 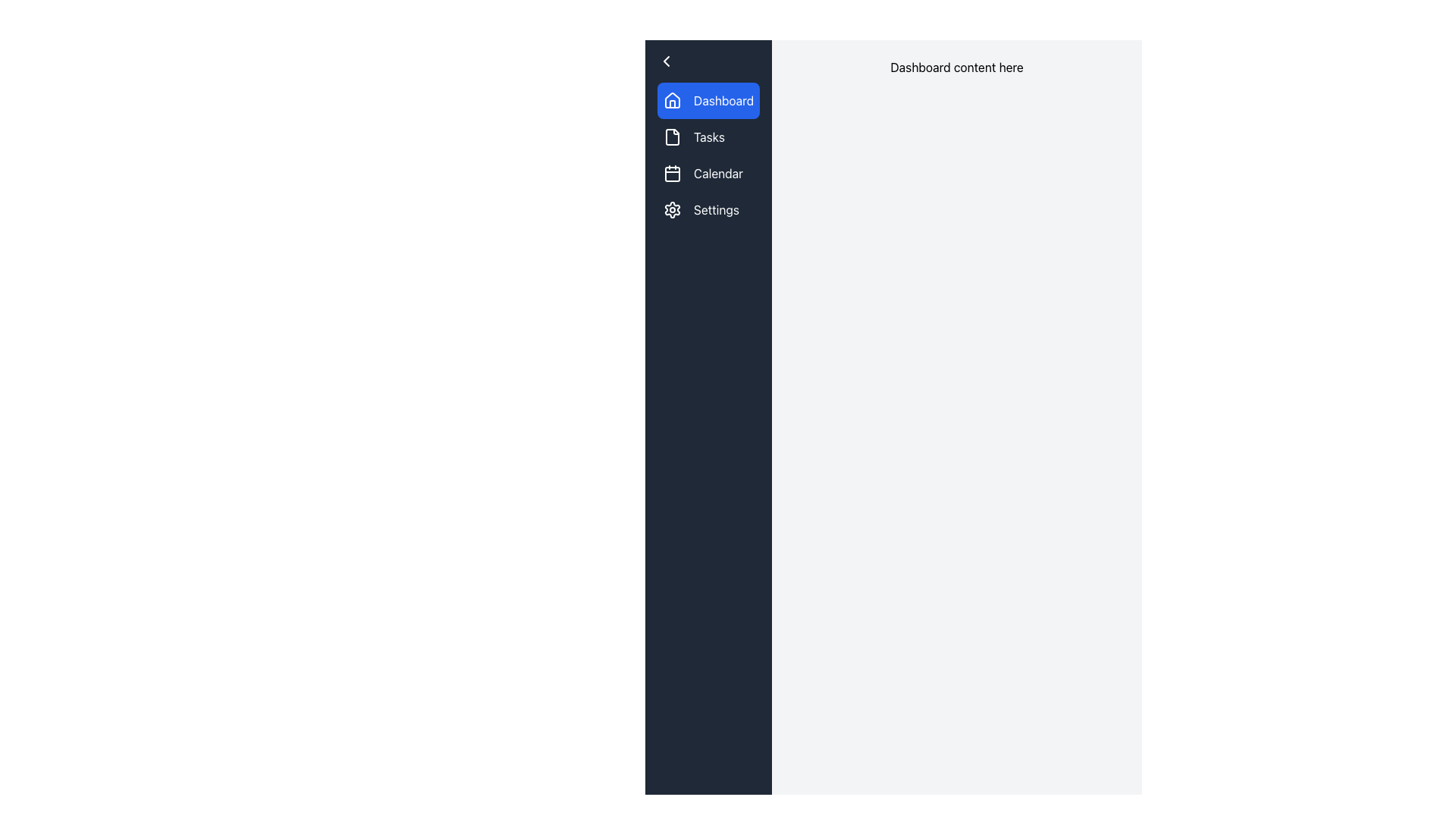 I want to click on the text label displaying 'Tasks', so click(x=708, y=137).